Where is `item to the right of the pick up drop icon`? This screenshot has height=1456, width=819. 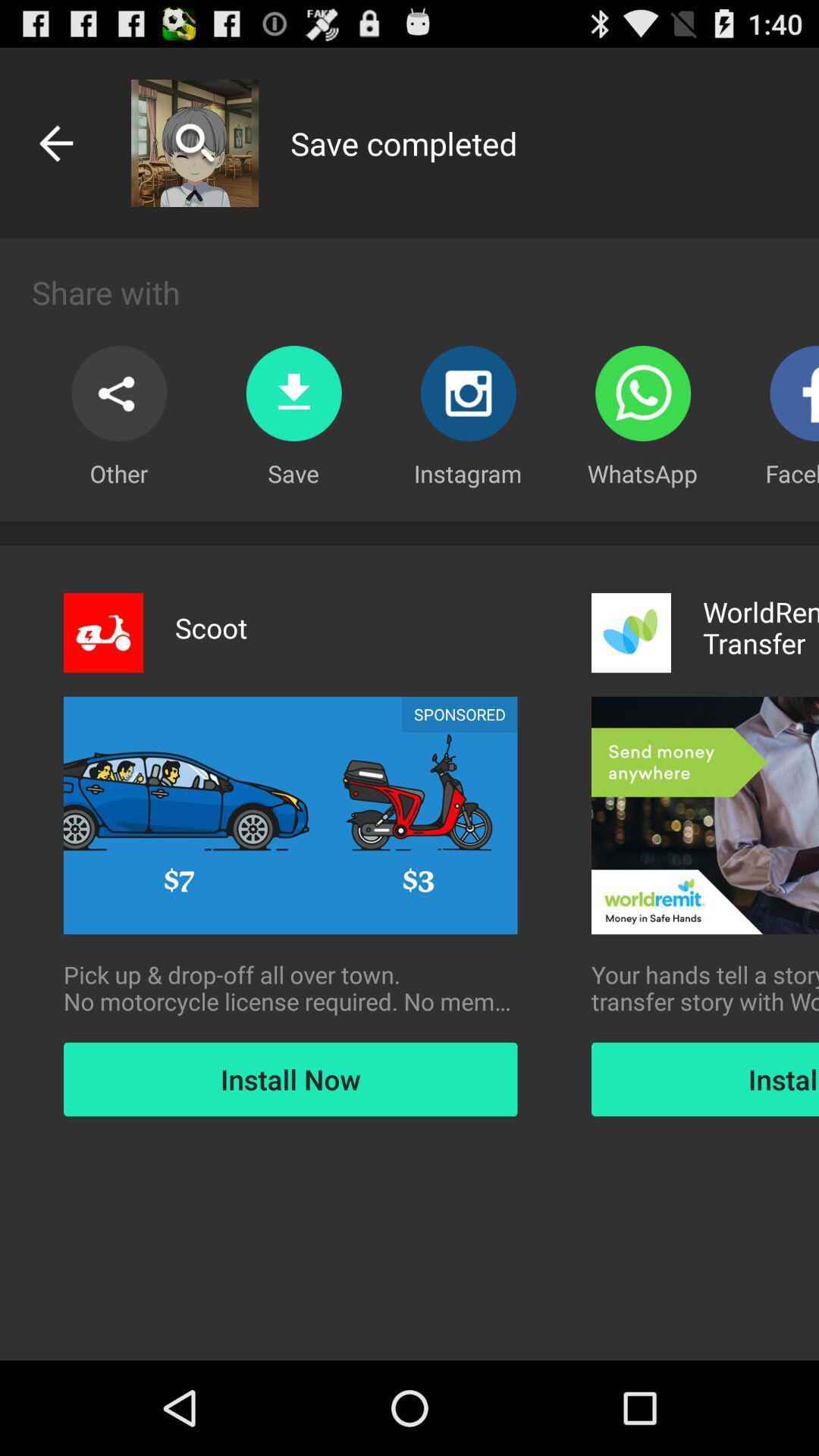 item to the right of the pick up drop icon is located at coordinates (704, 988).